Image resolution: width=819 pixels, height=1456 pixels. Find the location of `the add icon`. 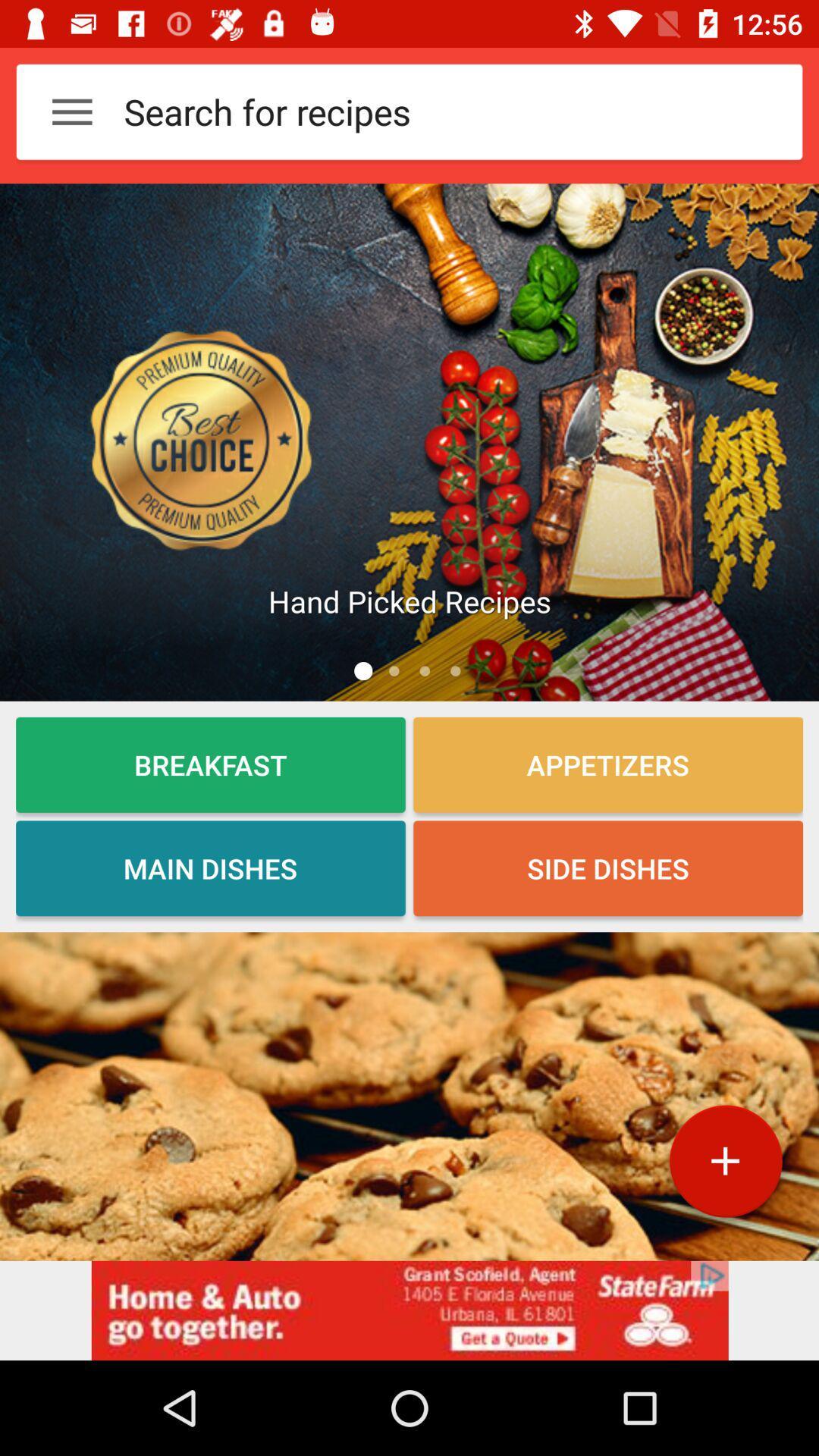

the add icon is located at coordinates (724, 1166).